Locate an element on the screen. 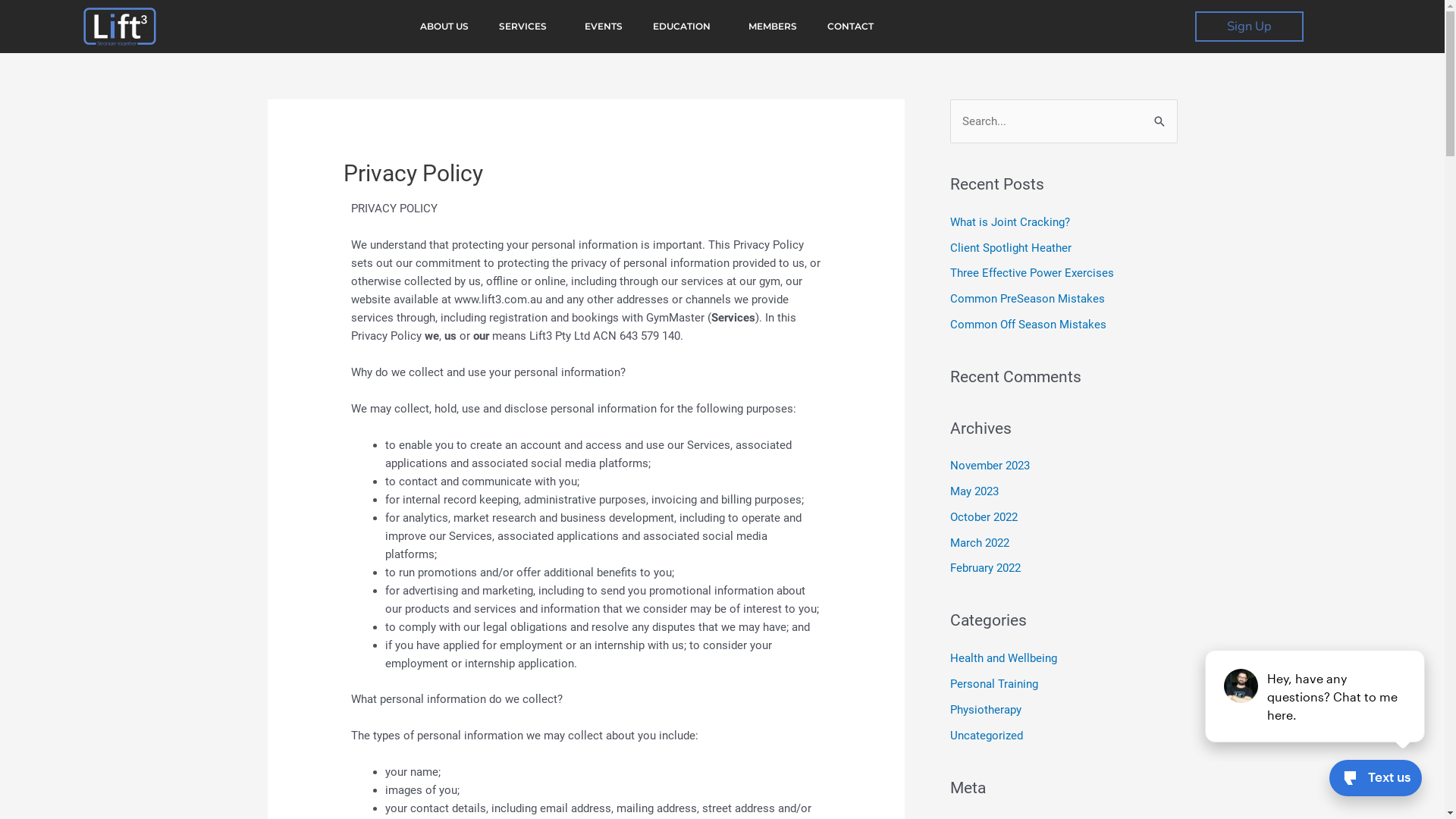 The width and height of the screenshot is (1456, 819). 'Common PreSeason Mistakes' is located at coordinates (1026, 298).